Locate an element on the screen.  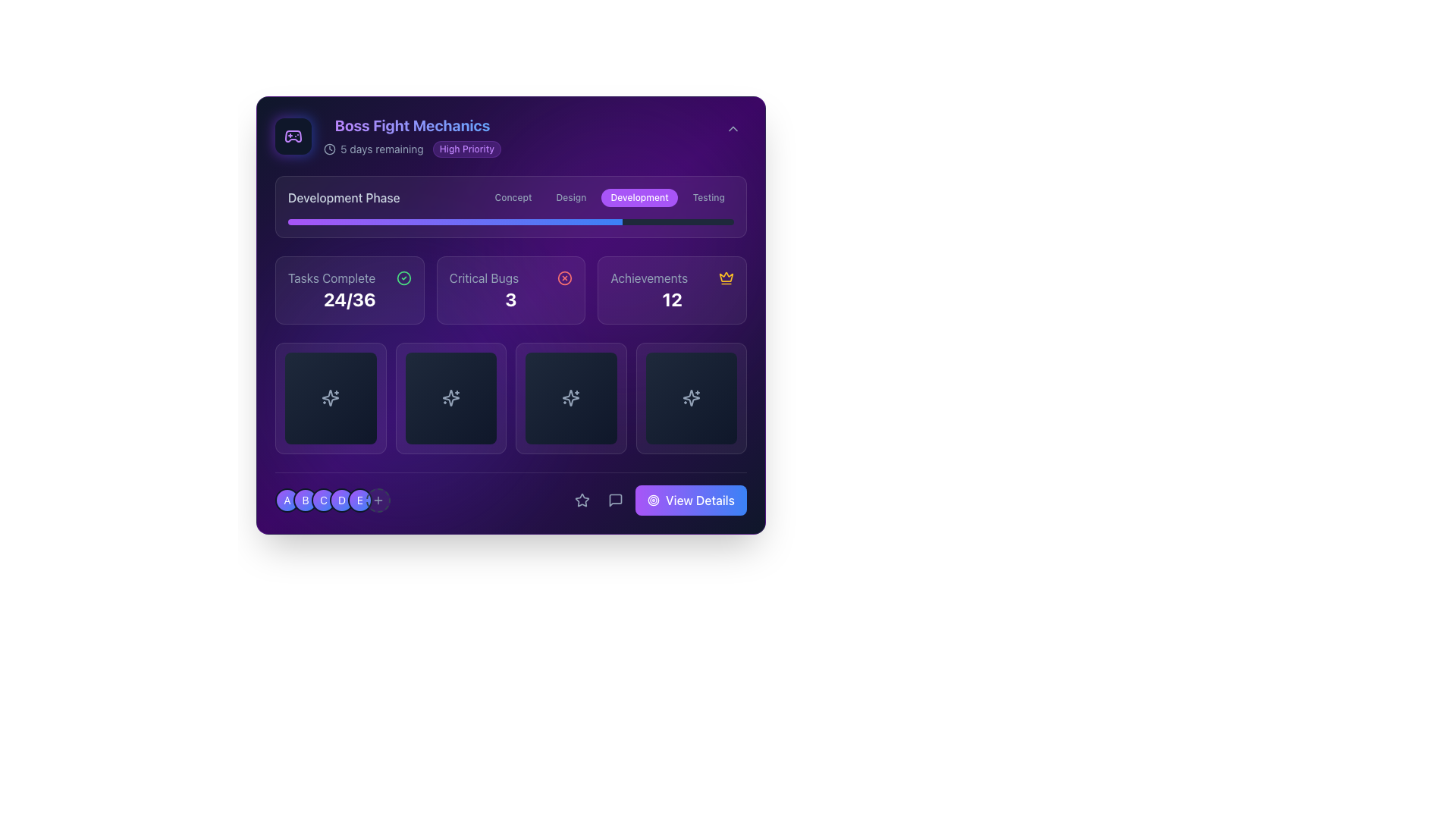
the decorative star icon located above the 'View Details' button is located at coordinates (582, 500).